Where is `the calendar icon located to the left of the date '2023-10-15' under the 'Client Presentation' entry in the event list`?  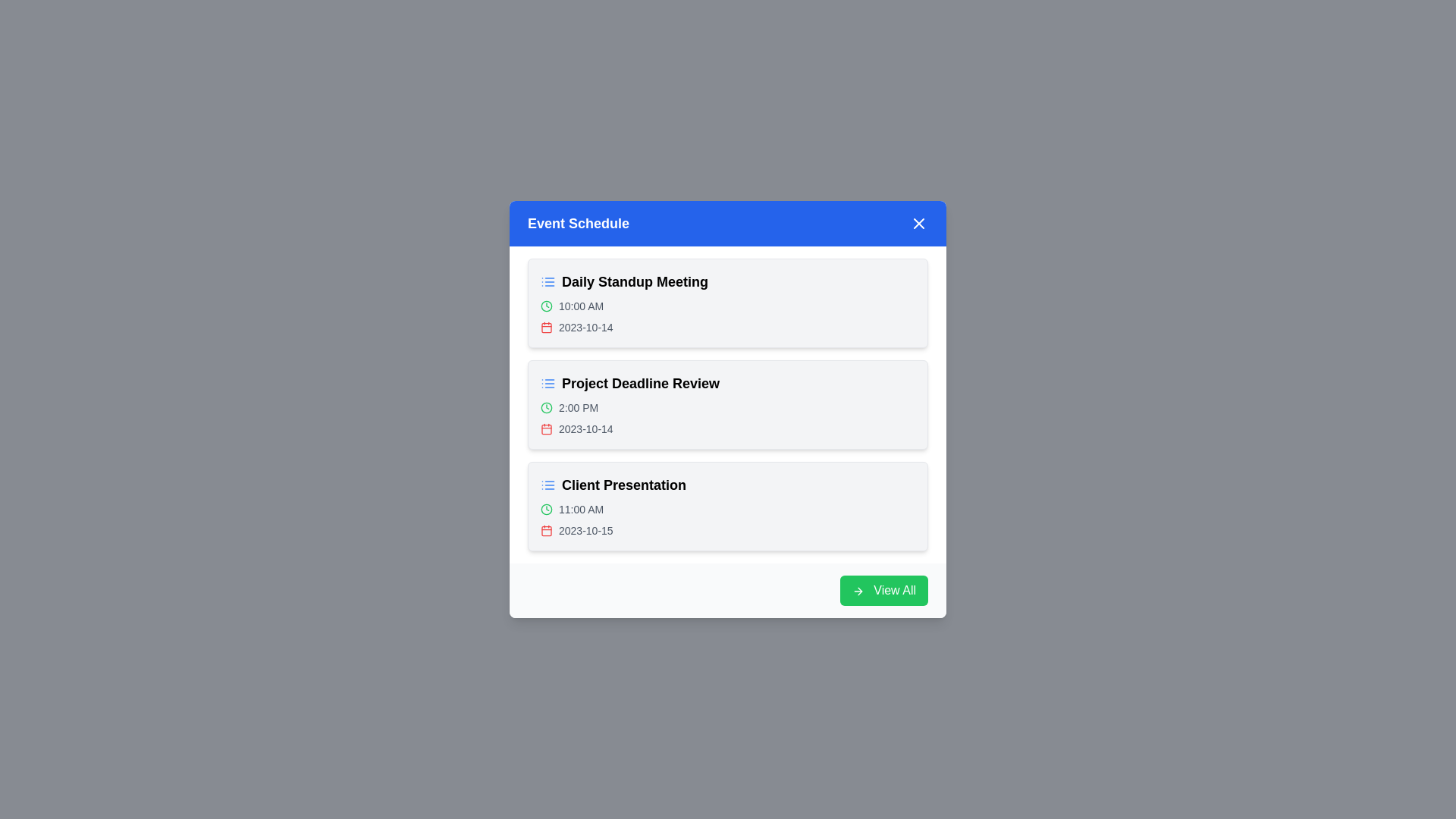 the calendar icon located to the left of the date '2023-10-15' under the 'Client Presentation' entry in the event list is located at coordinates (546, 529).